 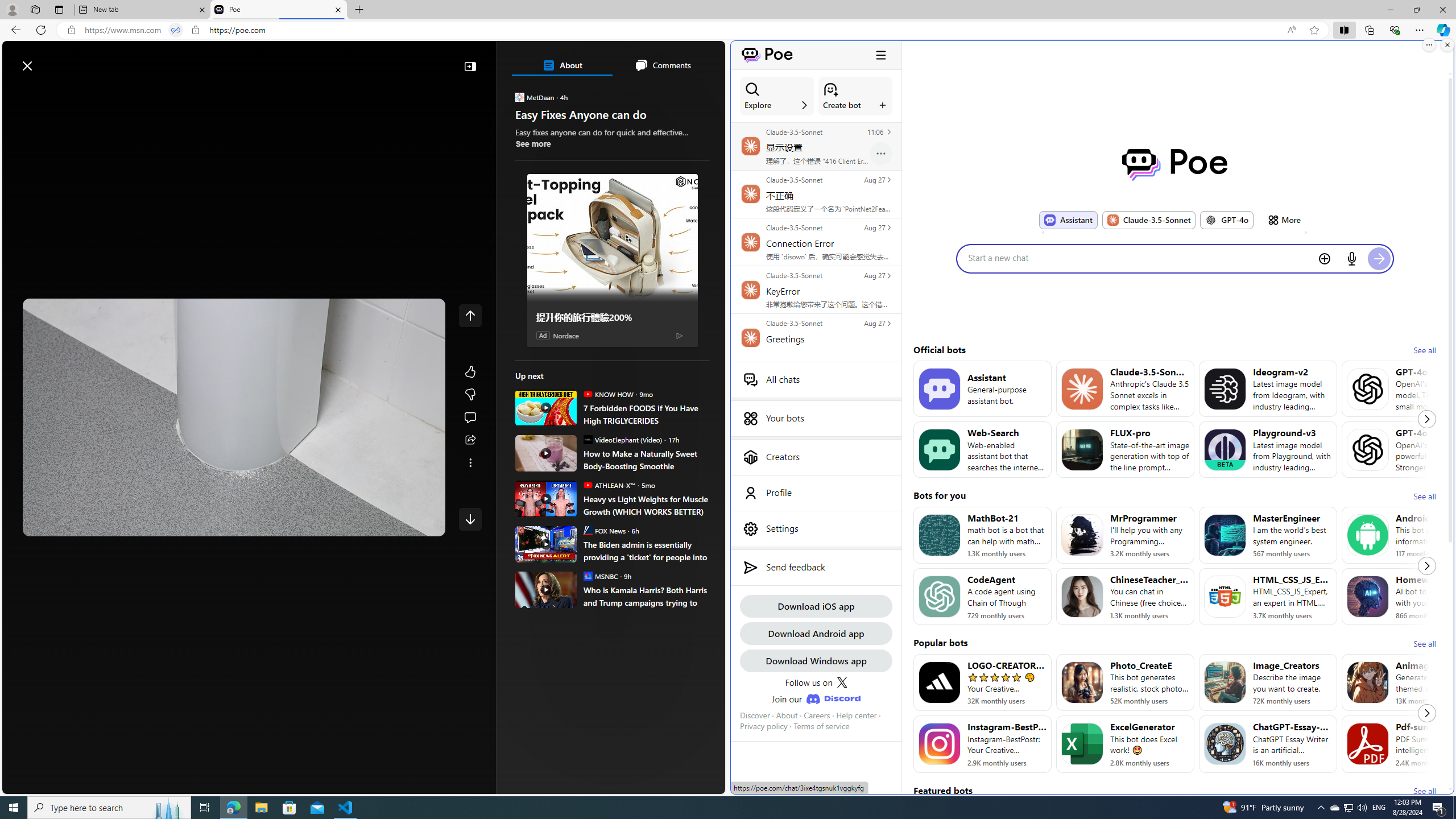 I want to click on 'Like', so click(x=470, y=371).